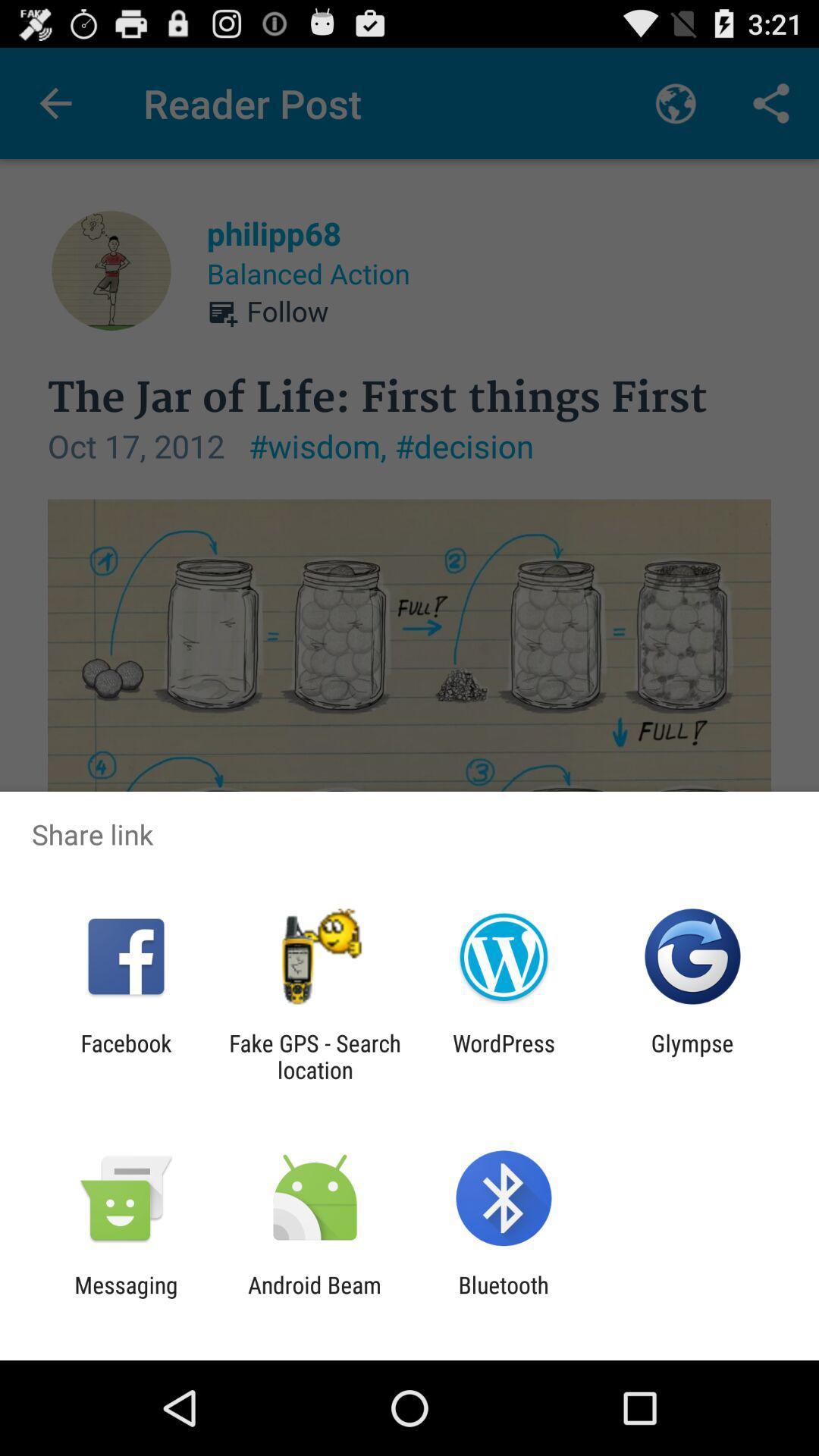  I want to click on app next to fake gps search item, so click(125, 1056).